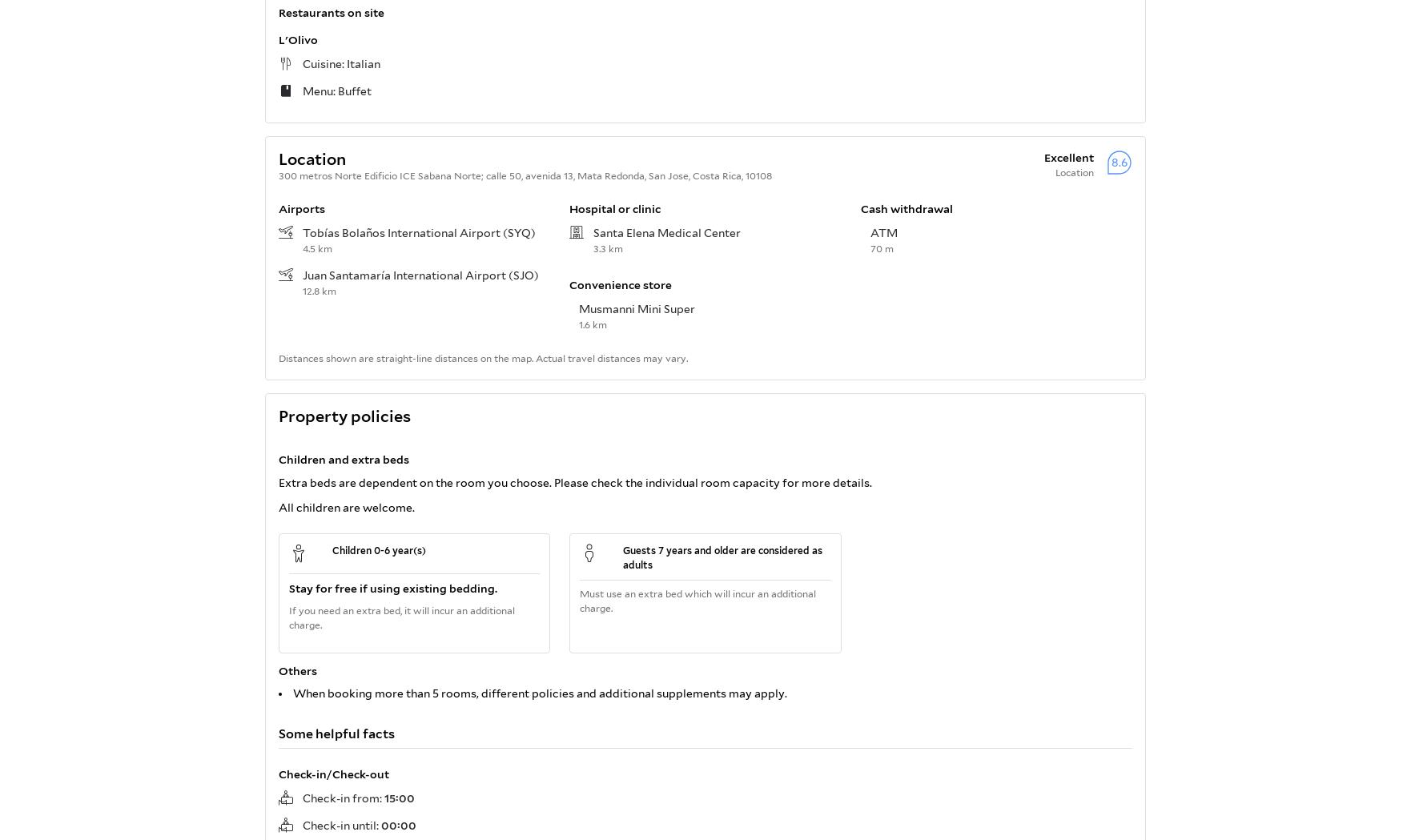 The width and height of the screenshot is (1411, 840). Describe the element at coordinates (883, 232) in the screenshot. I see `'ATM'` at that location.